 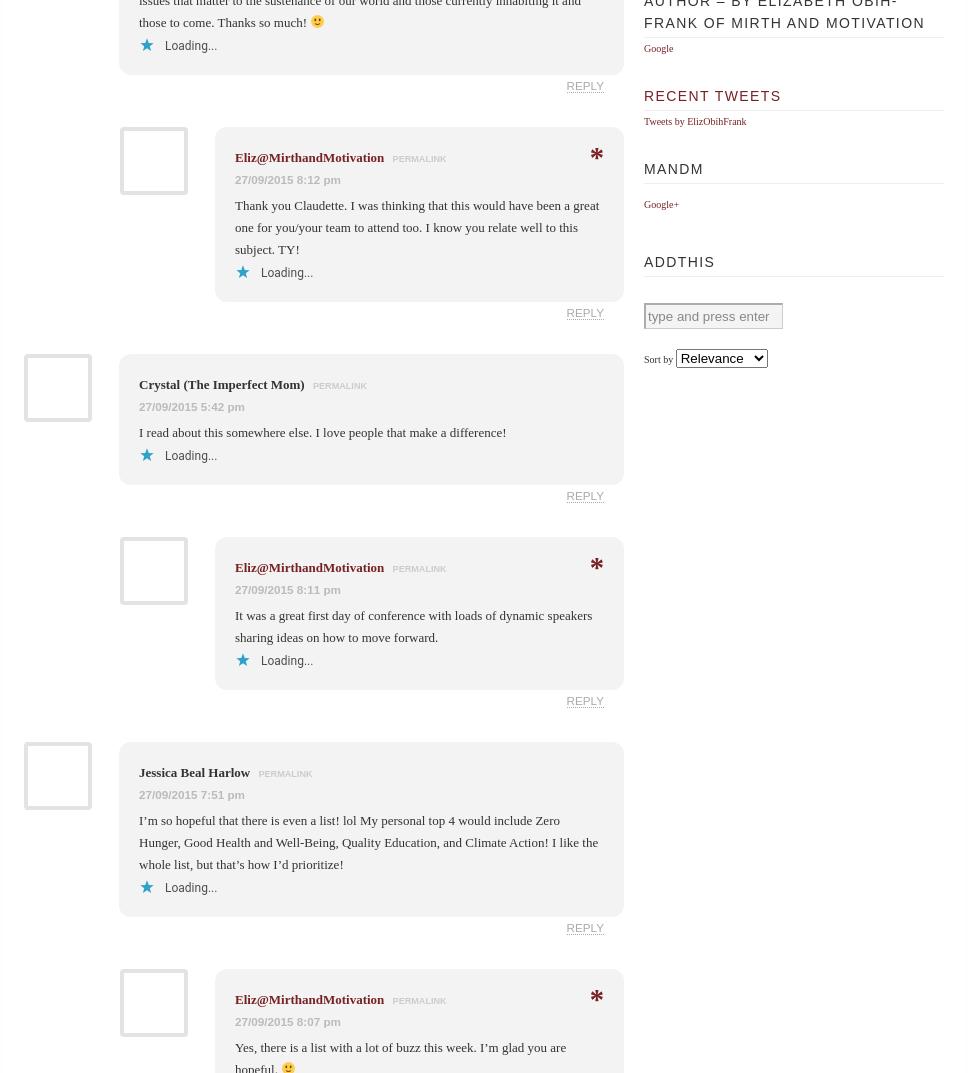 I want to click on '27/09/2015 7:51 pm', so click(x=191, y=793).